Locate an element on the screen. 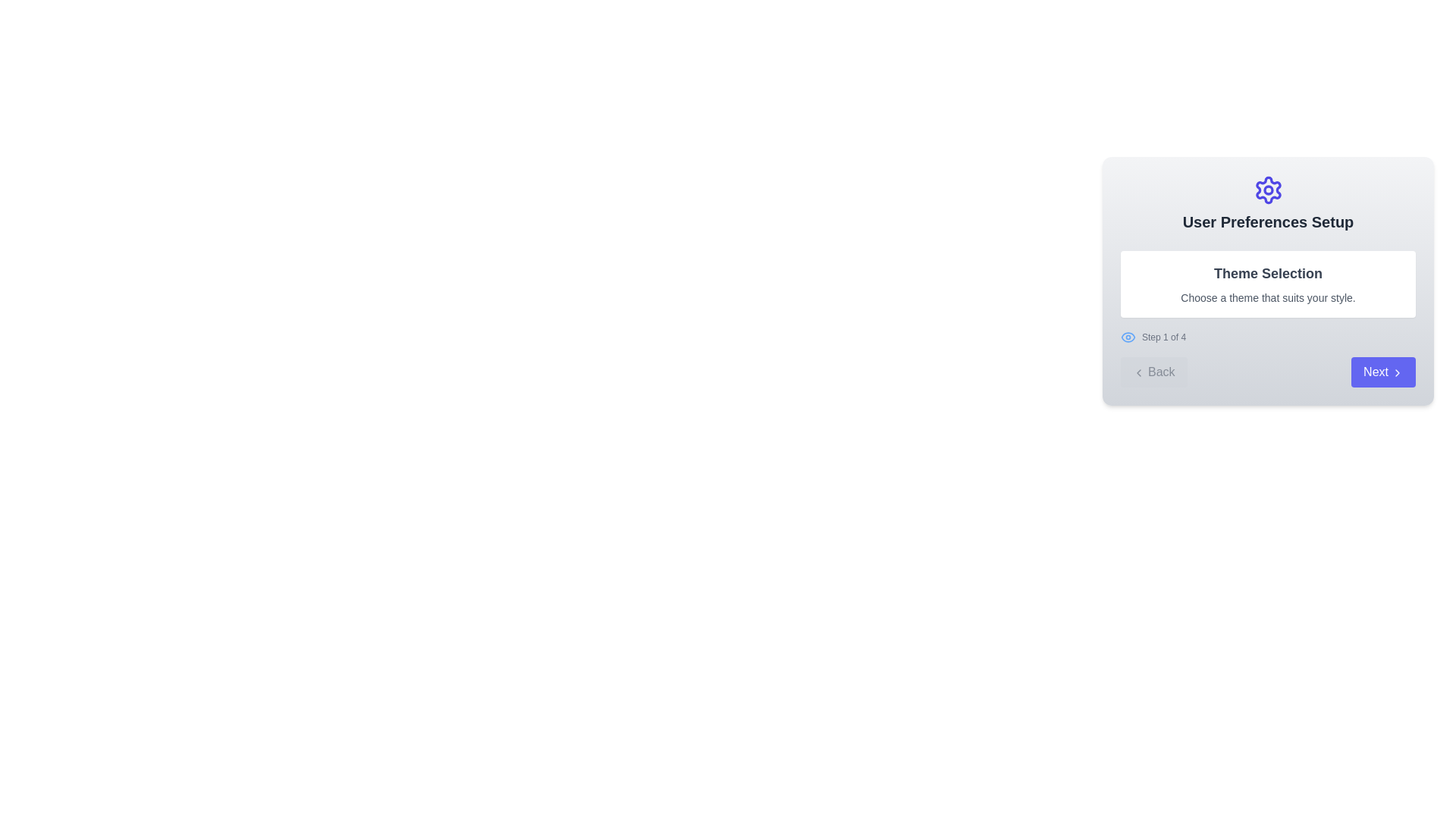 The image size is (1456, 819). the 'Previous' button located at the bottom-left corner of the 'User Preferences Setup' panel is located at coordinates (1153, 372).